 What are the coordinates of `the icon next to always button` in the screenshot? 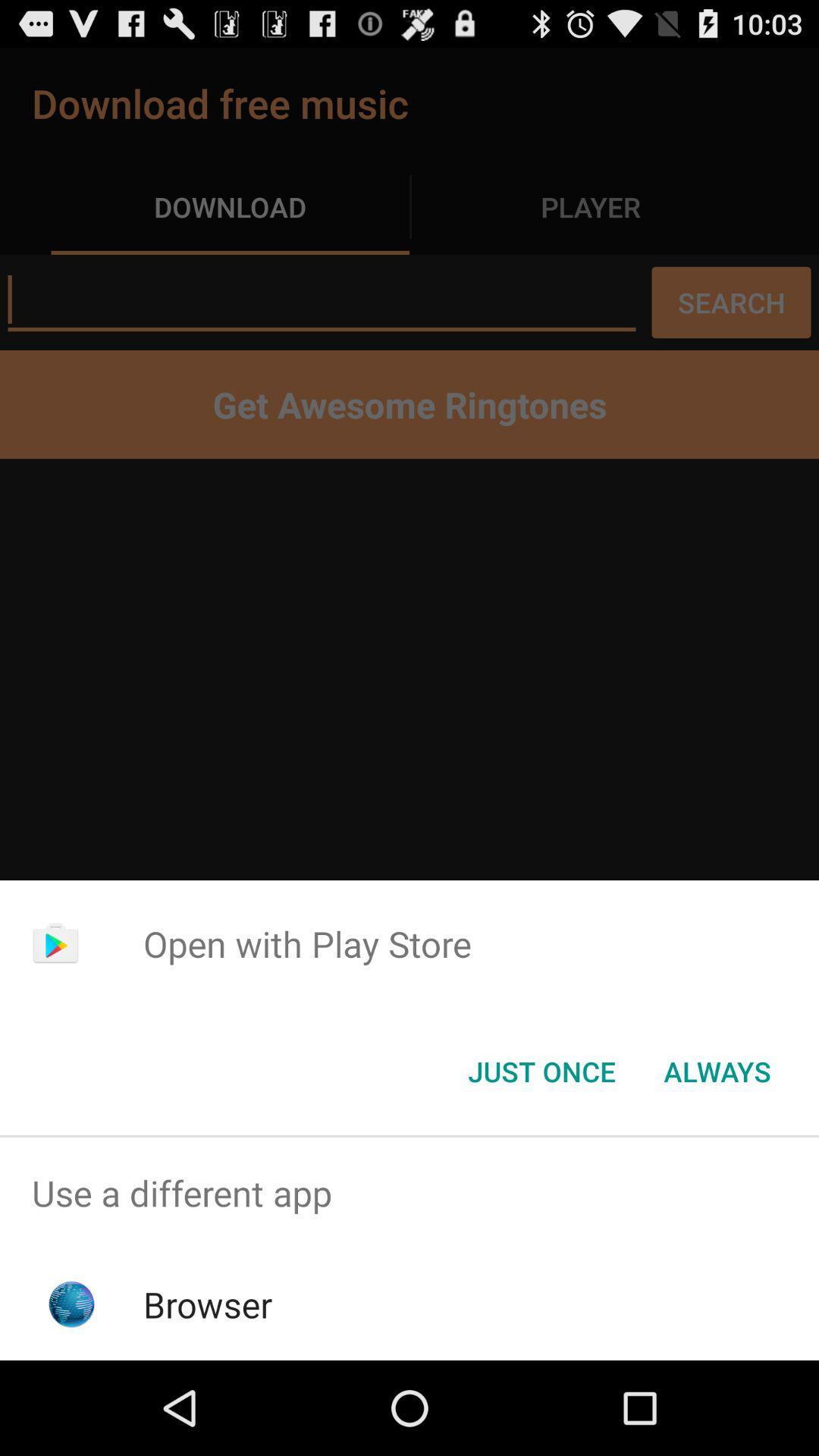 It's located at (541, 1070).